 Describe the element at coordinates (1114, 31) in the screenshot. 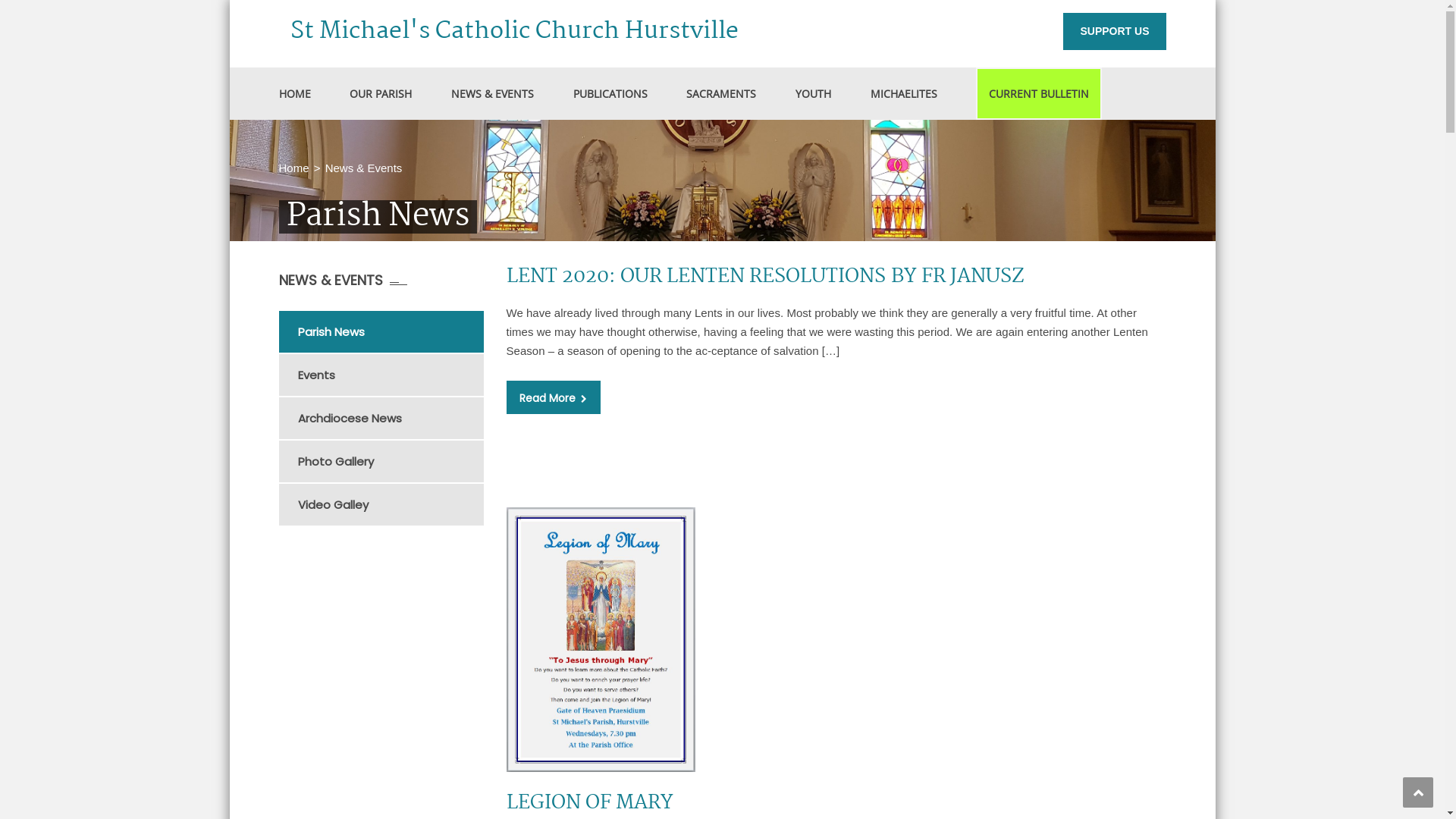

I see `'SUPPORT US'` at that location.